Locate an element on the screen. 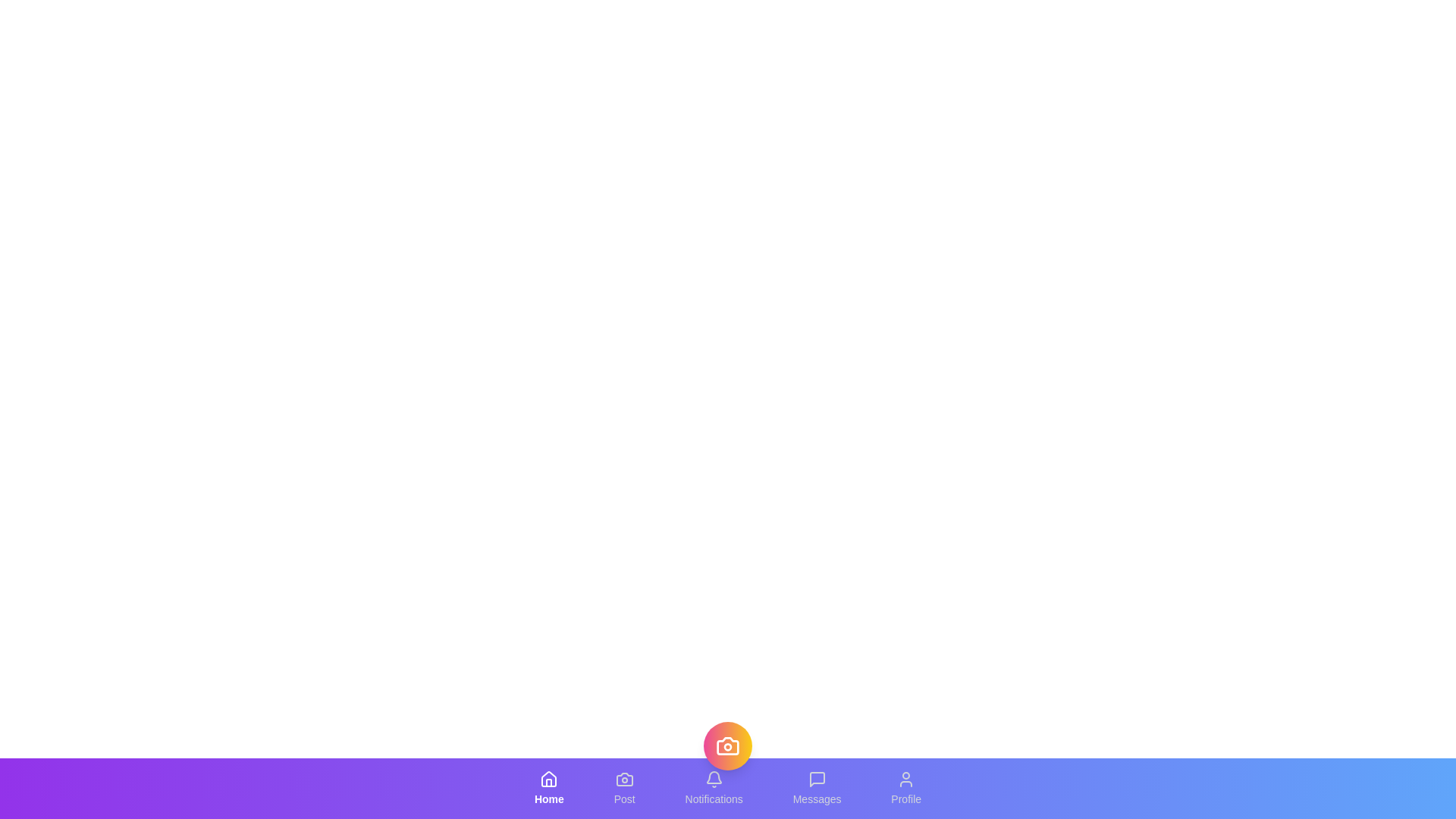  the Notifications tab to switch to its section is located at coordinates (713, 788).